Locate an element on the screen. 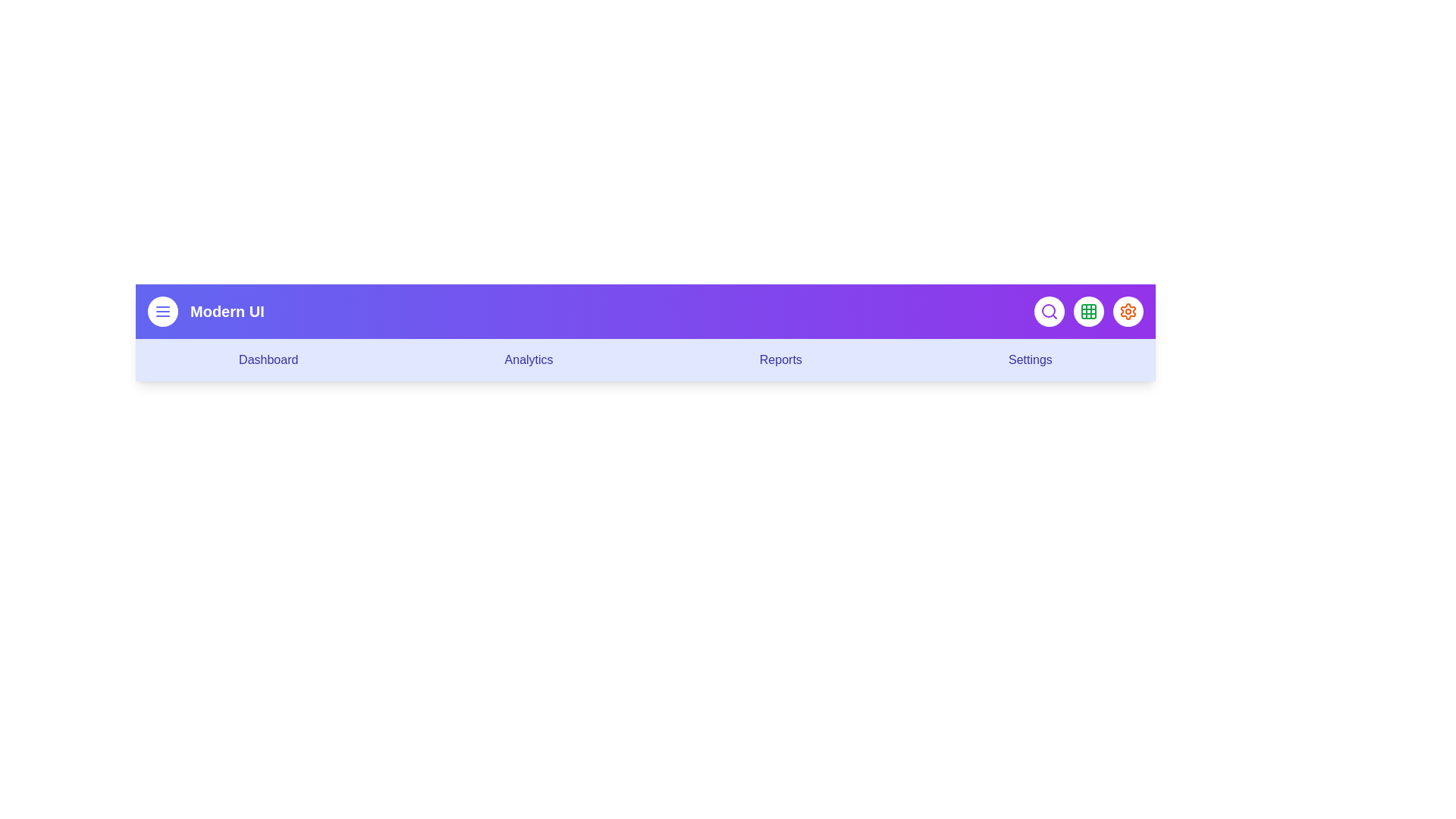 This screenshot has width=1456, height=819. the menu button to toggle the menu visibility is located at coordinates (163, 311).